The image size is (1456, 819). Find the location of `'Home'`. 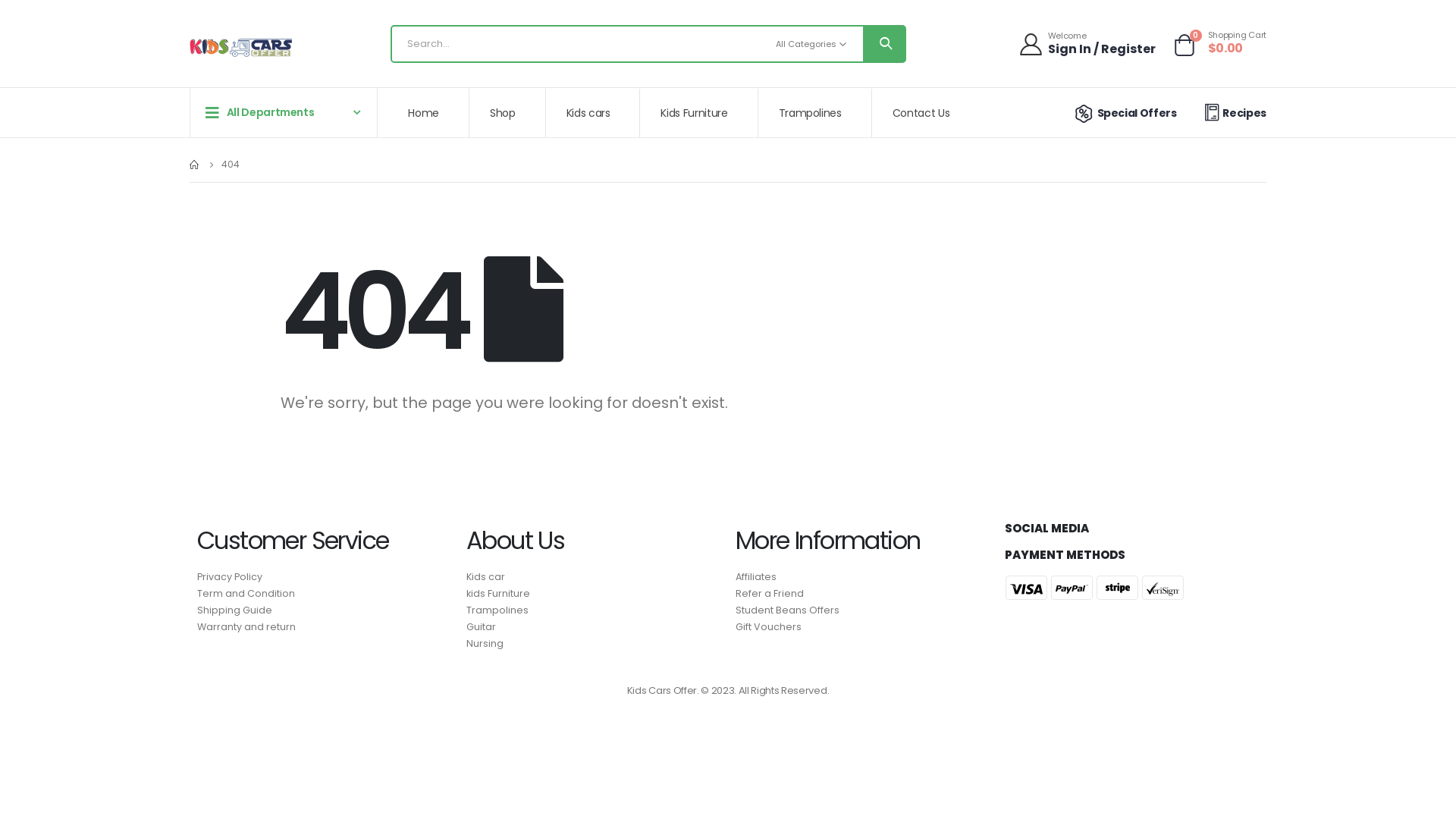

'Home' is located at coordinates (388, 112).